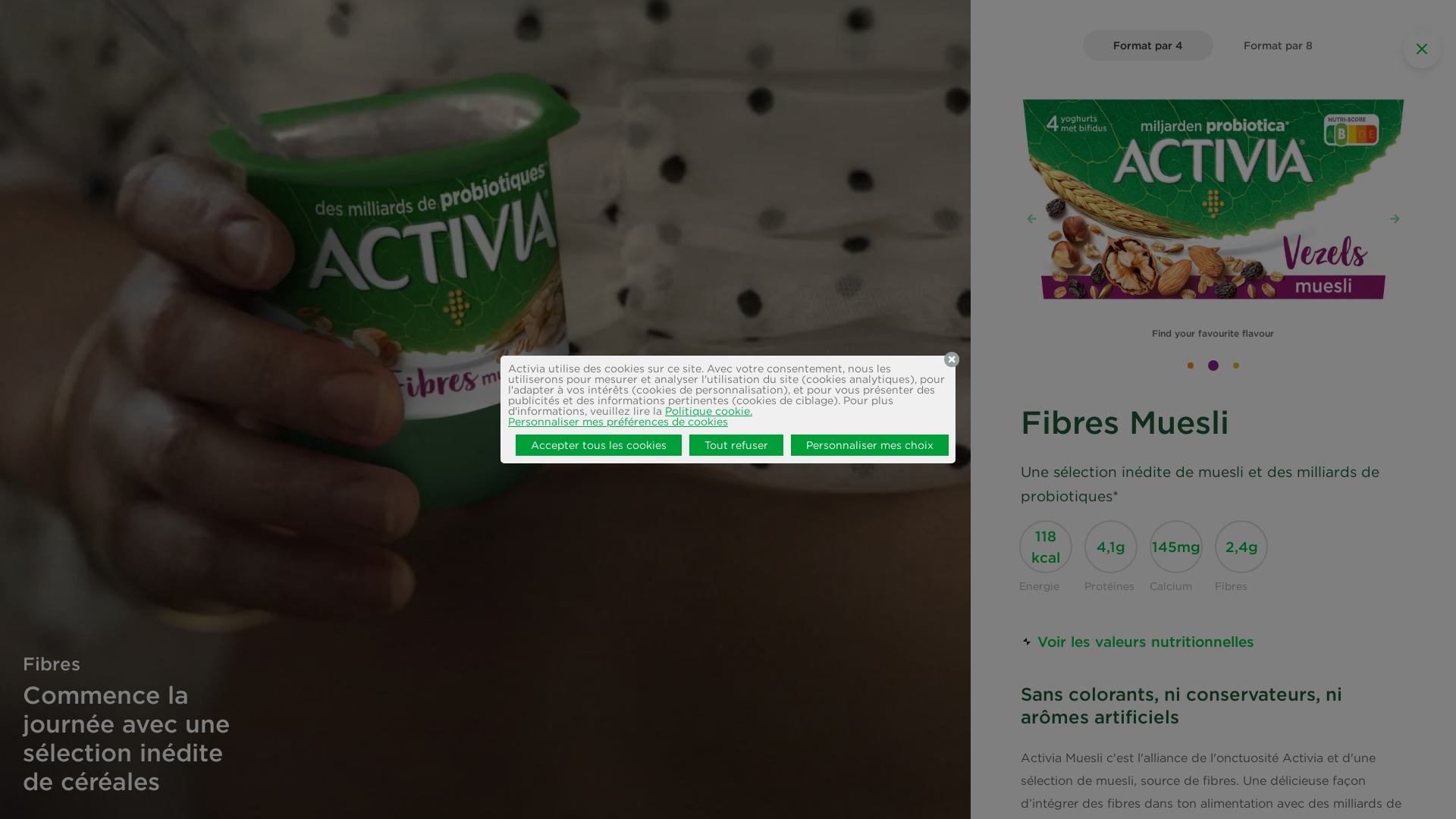 This screenshot has width=1456, height=819. What do you see at coordinates (1137, 641) in the screenshot?
I see `'Voir les valeurs nutritionnelles'` at bounding box center [1137, 641].